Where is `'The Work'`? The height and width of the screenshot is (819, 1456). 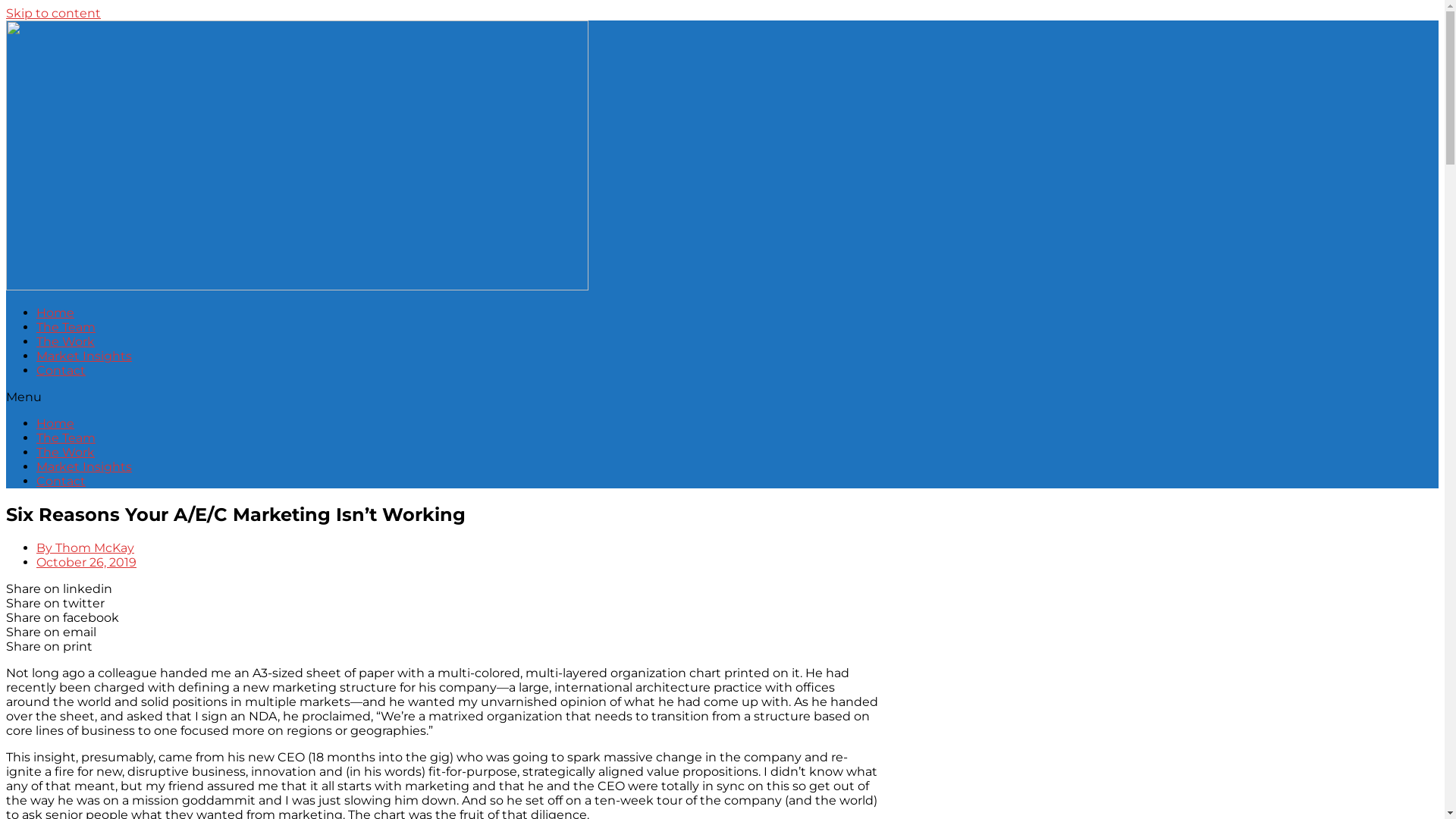
'The Work' is located at coordinates (64, 451).